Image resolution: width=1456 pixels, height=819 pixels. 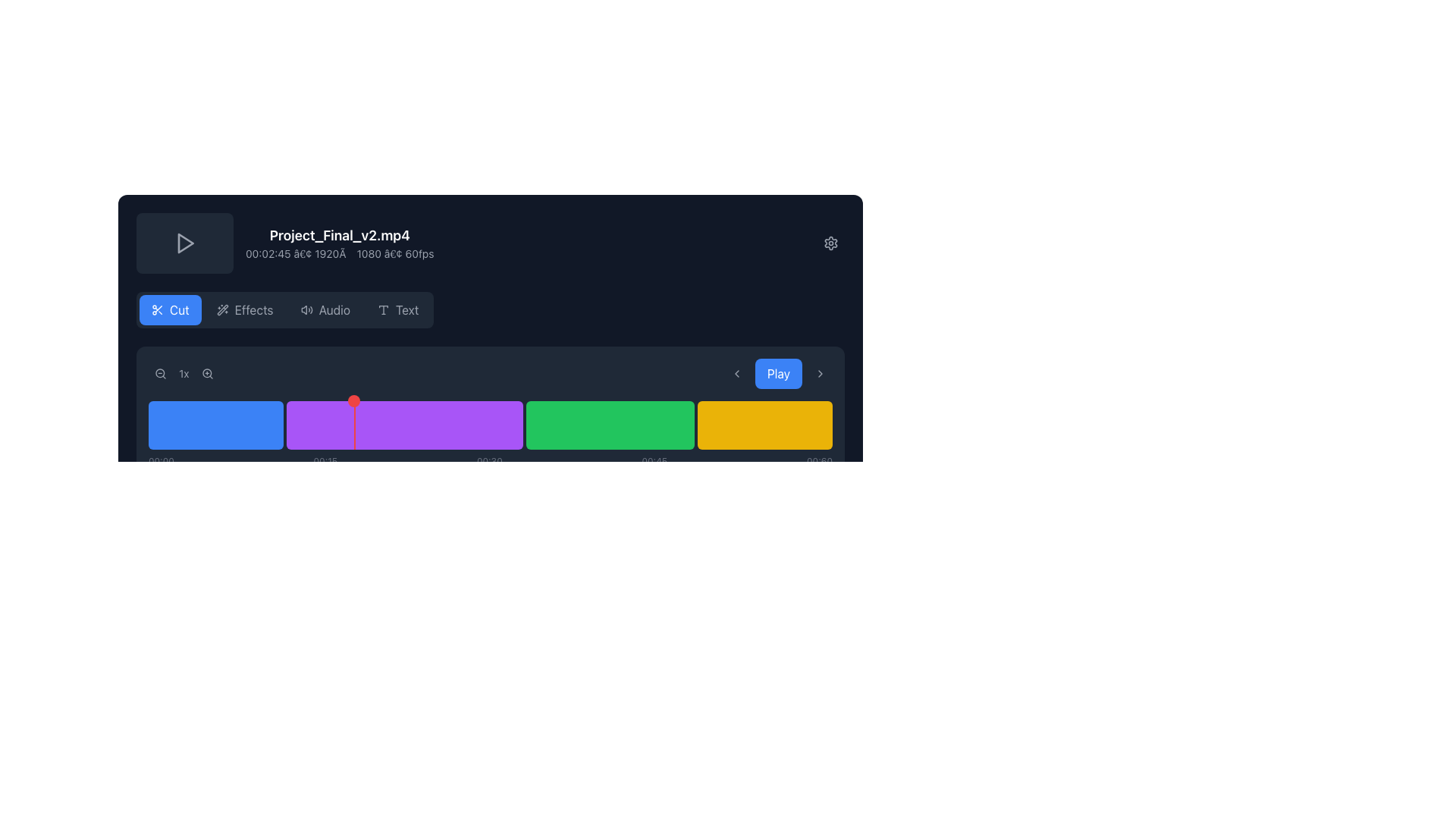 What do you see at coordinates (830, 242) in the screenshot?
I see `the button at the far-right corner of the section displaying information about the file 'Project_Final_v2.mp4'` at bounding box center [830, 242].